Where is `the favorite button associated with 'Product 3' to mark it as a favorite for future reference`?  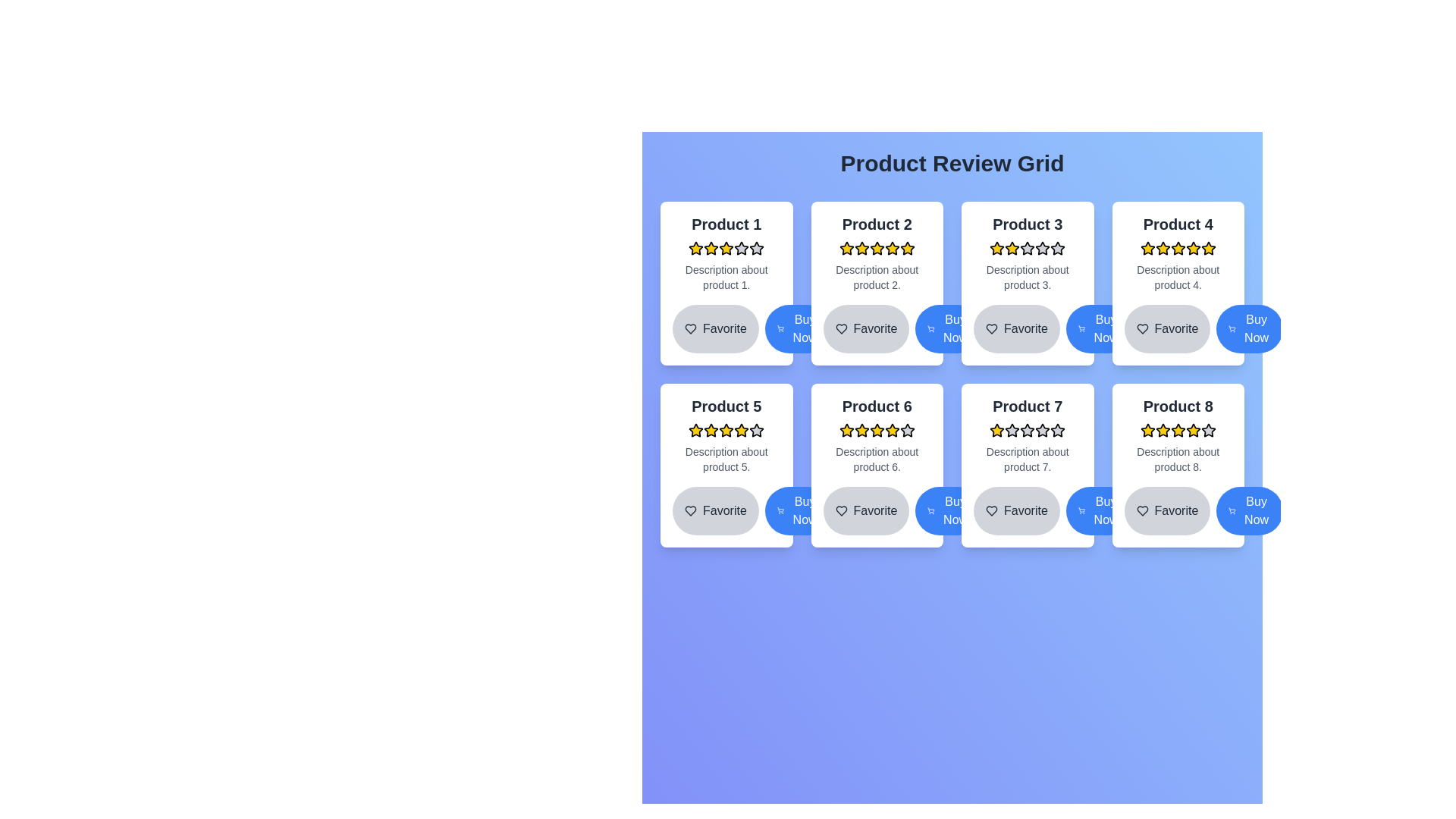 the favorite button associated with 'Product 3' to mark it as a favorite for future reference is located at coordinates (1016, 328).